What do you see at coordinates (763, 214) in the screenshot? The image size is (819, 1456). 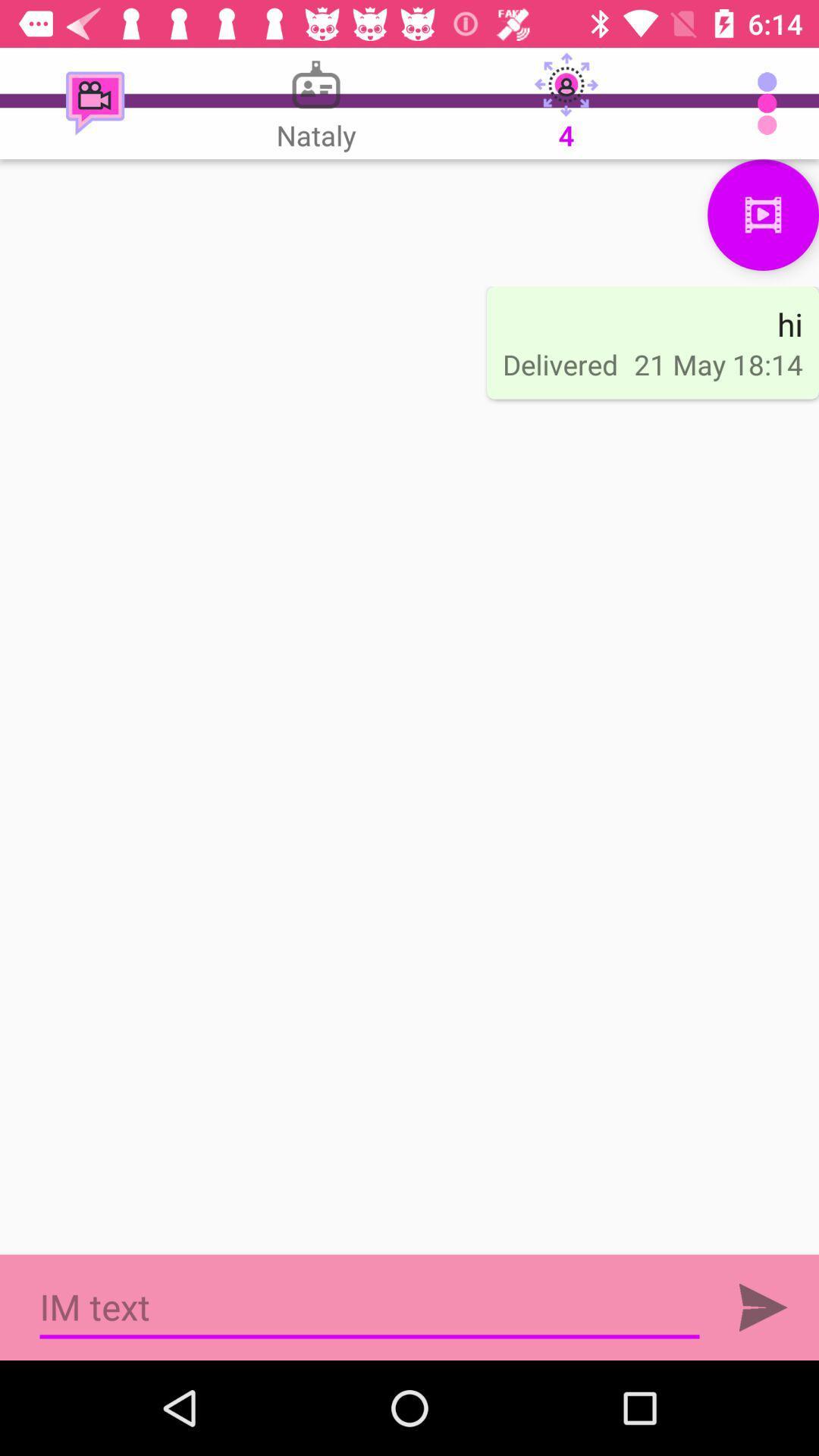 I see `video` at bounding box center [763, 214].